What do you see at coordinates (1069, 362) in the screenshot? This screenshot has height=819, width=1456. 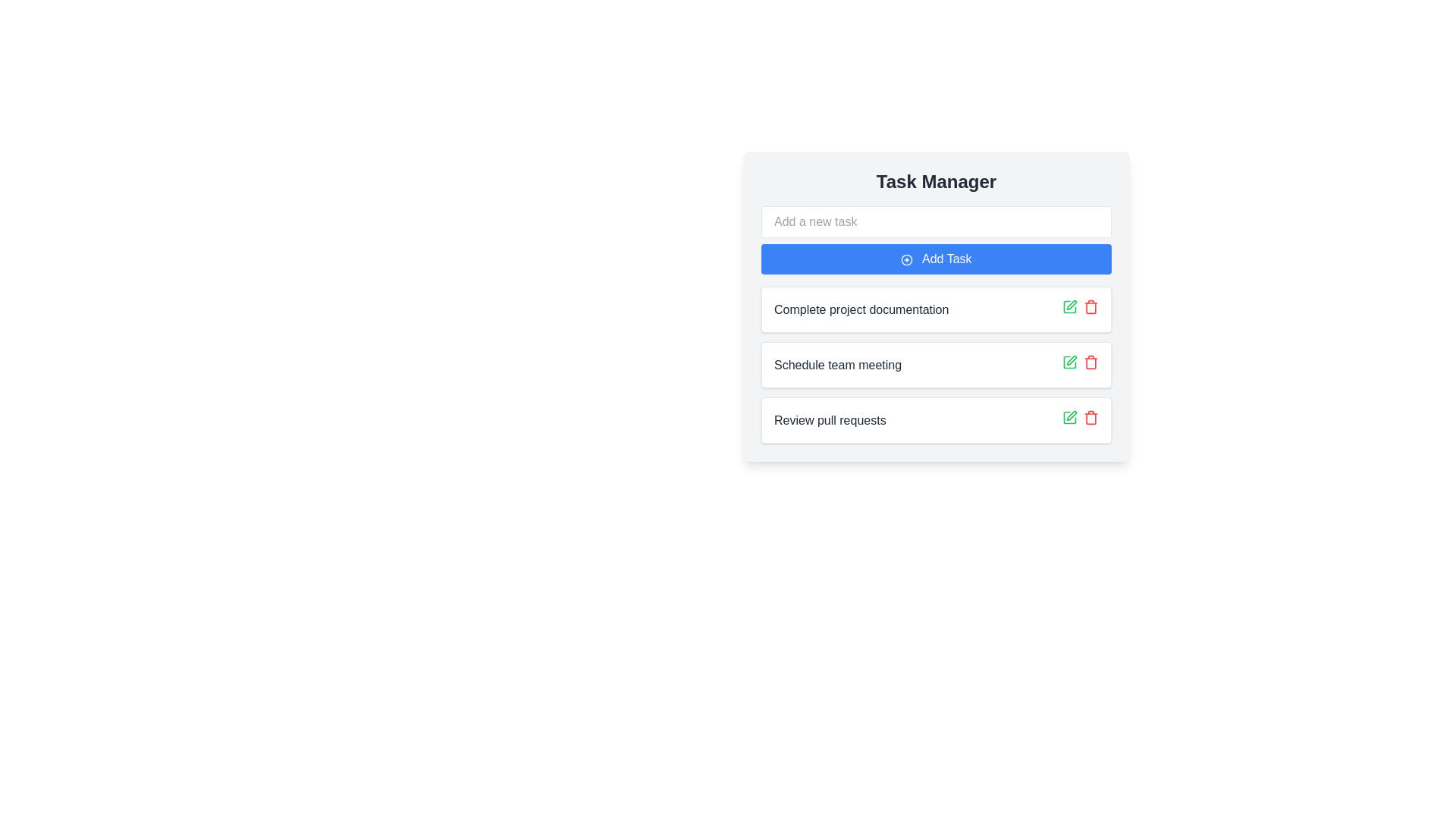 I see `the green pen icon button located in the 'Schedule team meeting' task row, positioned to the left of the red trash icon, for keyboard accessibility` at bounding box center [1069, 362].